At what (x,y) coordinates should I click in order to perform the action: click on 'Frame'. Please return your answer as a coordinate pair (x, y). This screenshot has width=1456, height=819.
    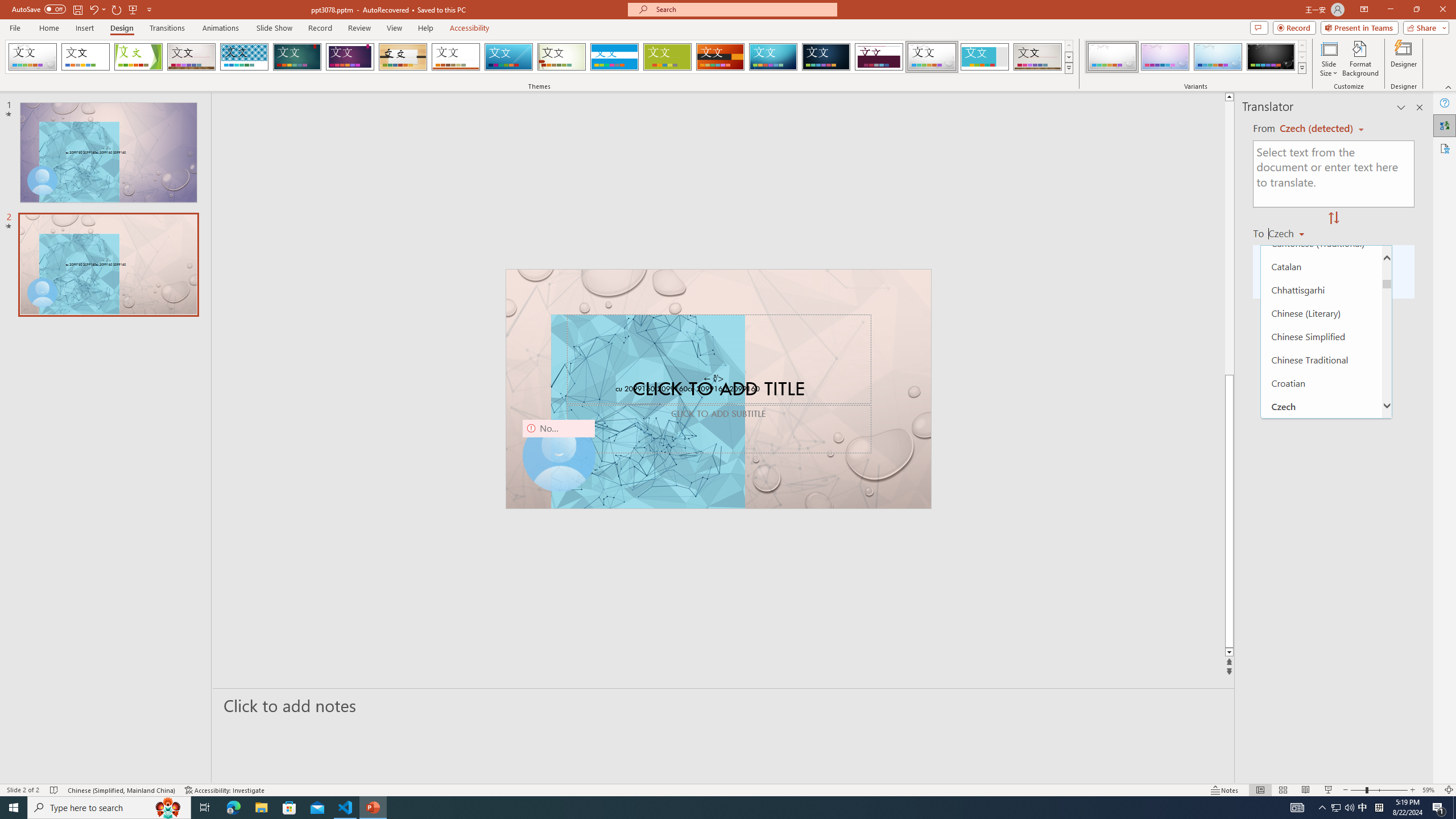
    Looking at the image, I should click on (985, 56).